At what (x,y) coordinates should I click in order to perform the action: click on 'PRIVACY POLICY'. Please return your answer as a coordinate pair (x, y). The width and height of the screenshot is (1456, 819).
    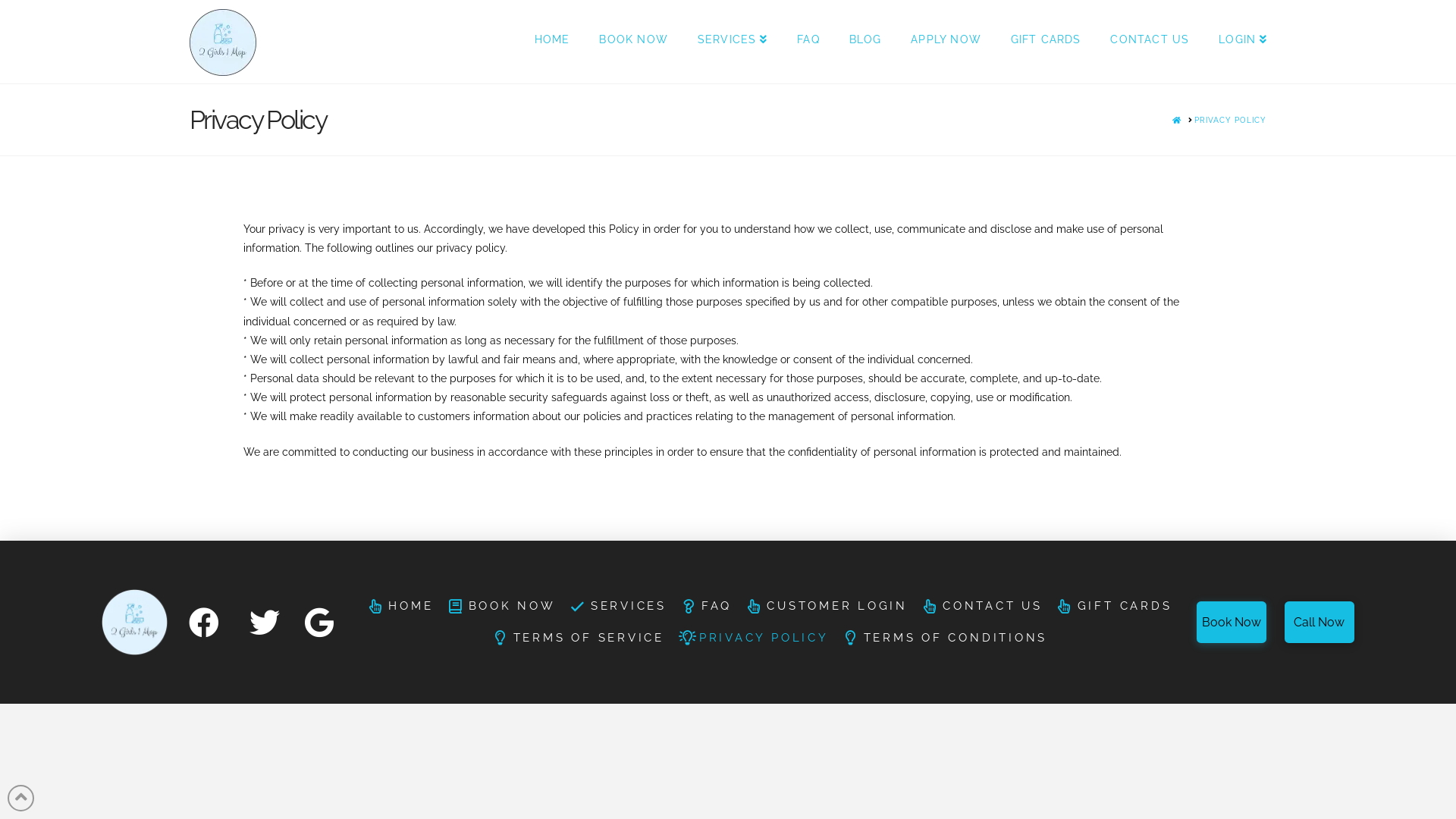
    Looking at the image, I should click on (752, 638).